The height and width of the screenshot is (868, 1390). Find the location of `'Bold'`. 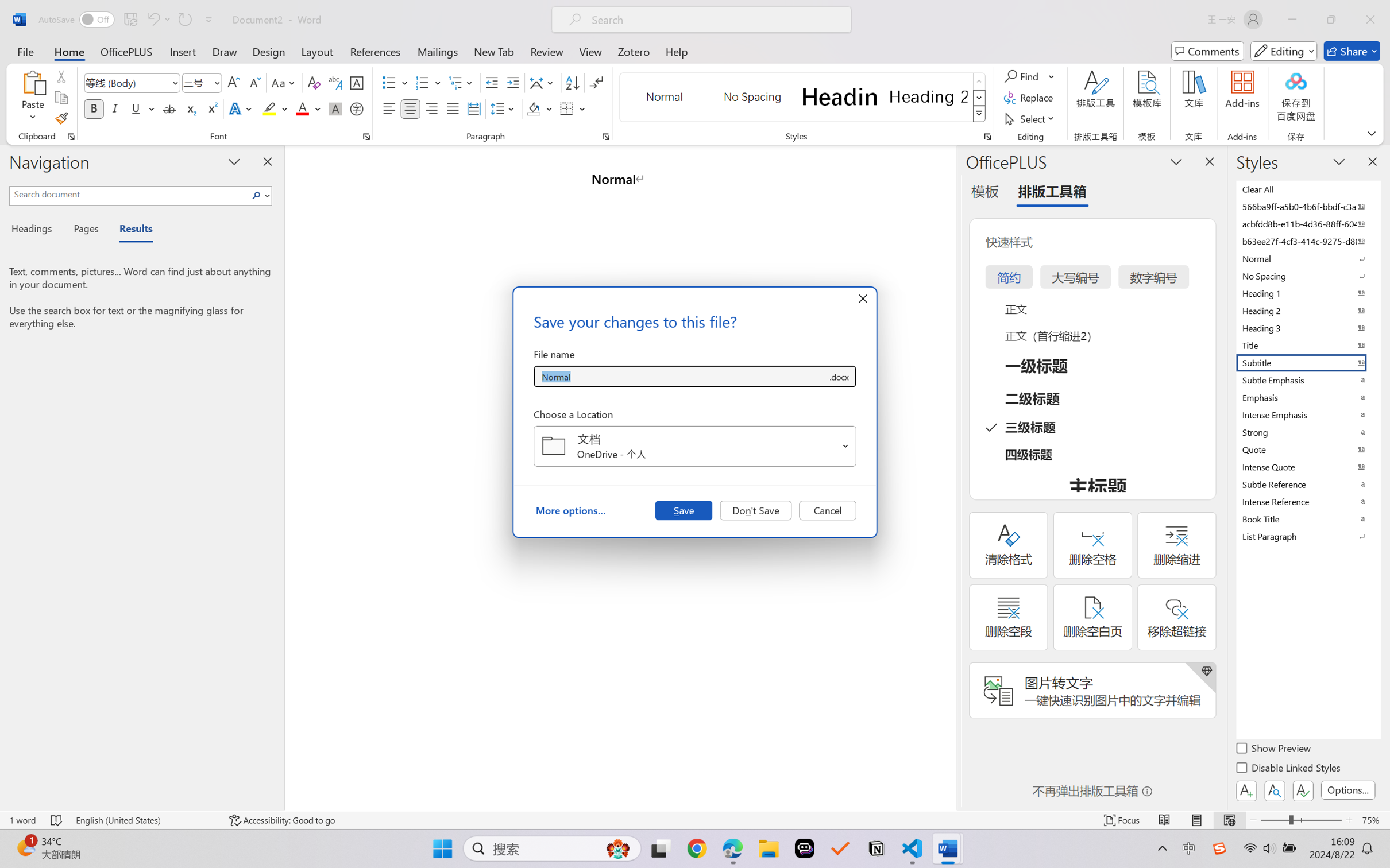

'Bold' is located at coordinates (94, 108).